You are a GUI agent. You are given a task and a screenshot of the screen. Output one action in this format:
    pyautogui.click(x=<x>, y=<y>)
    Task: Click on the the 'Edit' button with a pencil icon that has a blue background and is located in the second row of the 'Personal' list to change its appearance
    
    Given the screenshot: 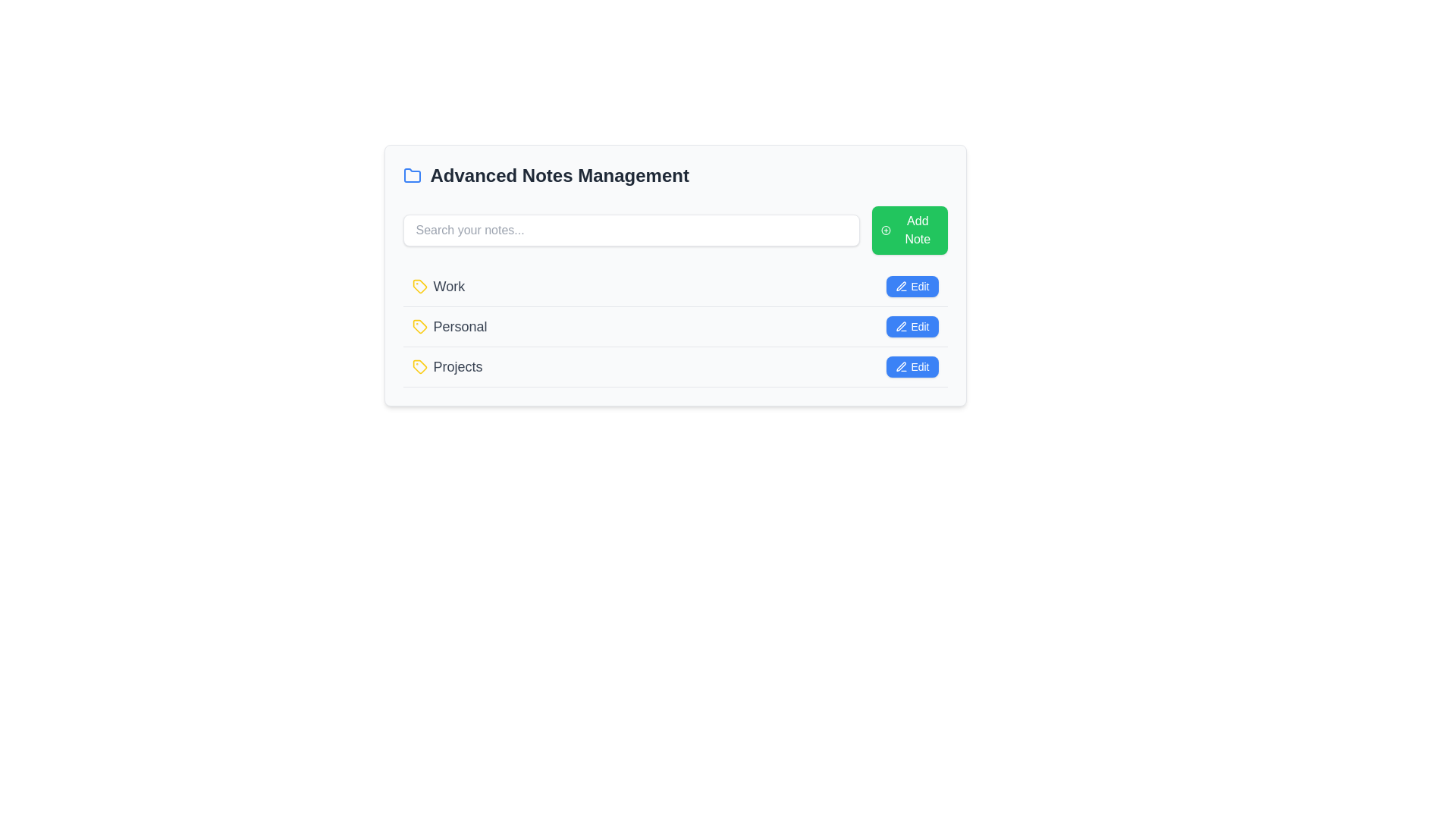 What is the action you would take?
    pyautogui.click(x=912, y=326)
    